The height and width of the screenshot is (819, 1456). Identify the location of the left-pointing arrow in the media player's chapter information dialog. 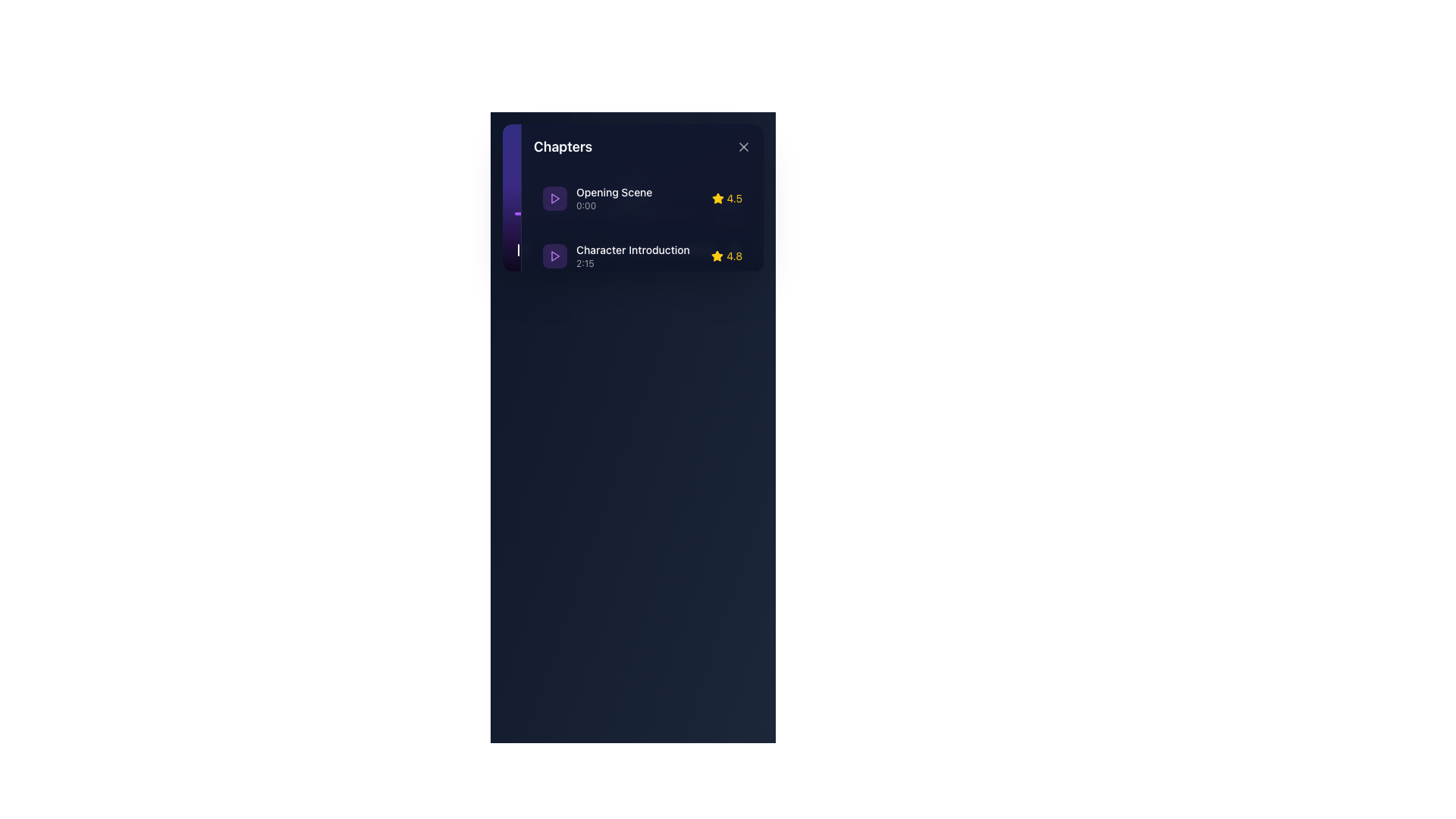
(525, 249).